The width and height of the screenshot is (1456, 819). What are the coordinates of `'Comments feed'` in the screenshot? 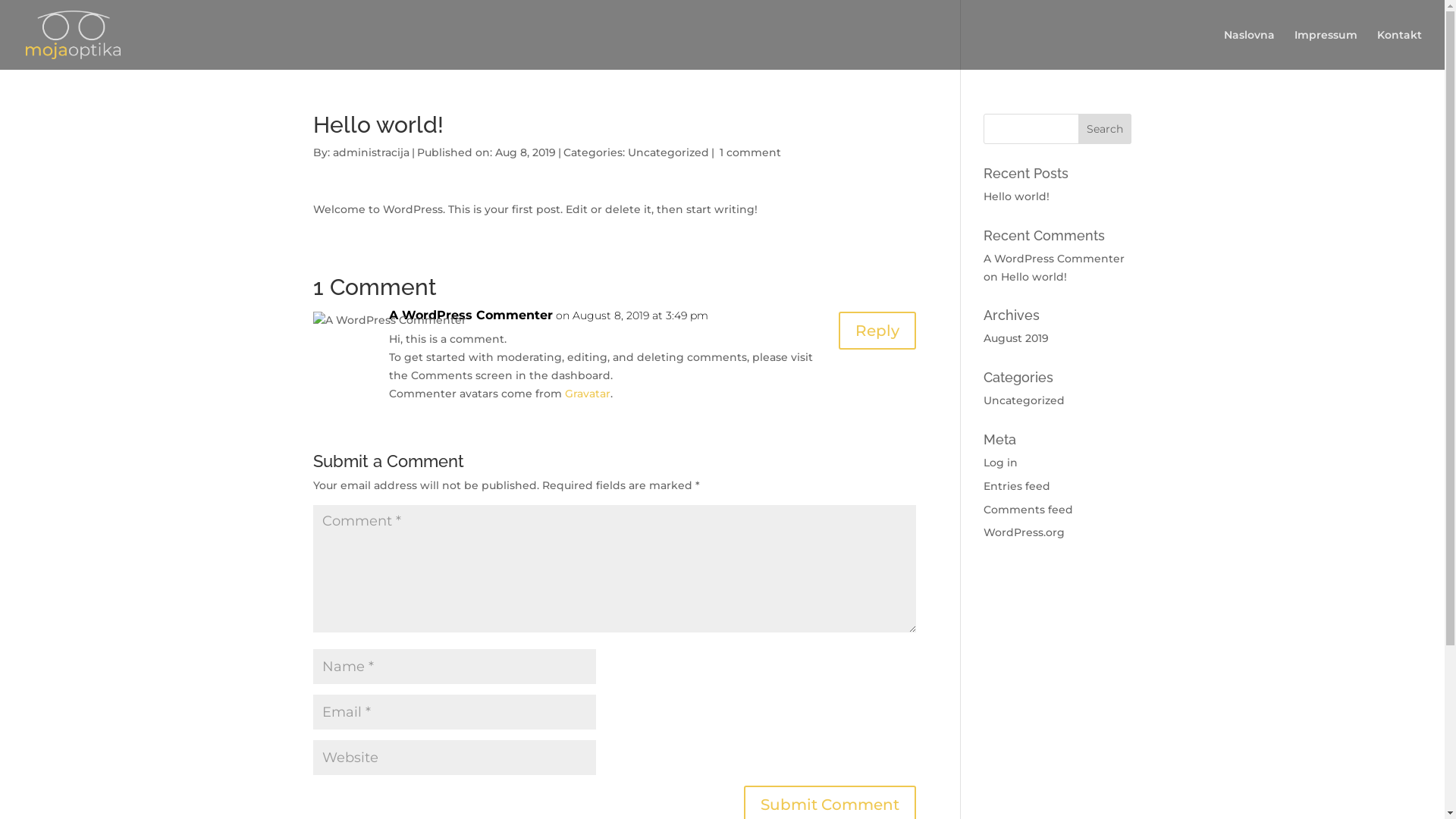 It's located at (1028, 509).